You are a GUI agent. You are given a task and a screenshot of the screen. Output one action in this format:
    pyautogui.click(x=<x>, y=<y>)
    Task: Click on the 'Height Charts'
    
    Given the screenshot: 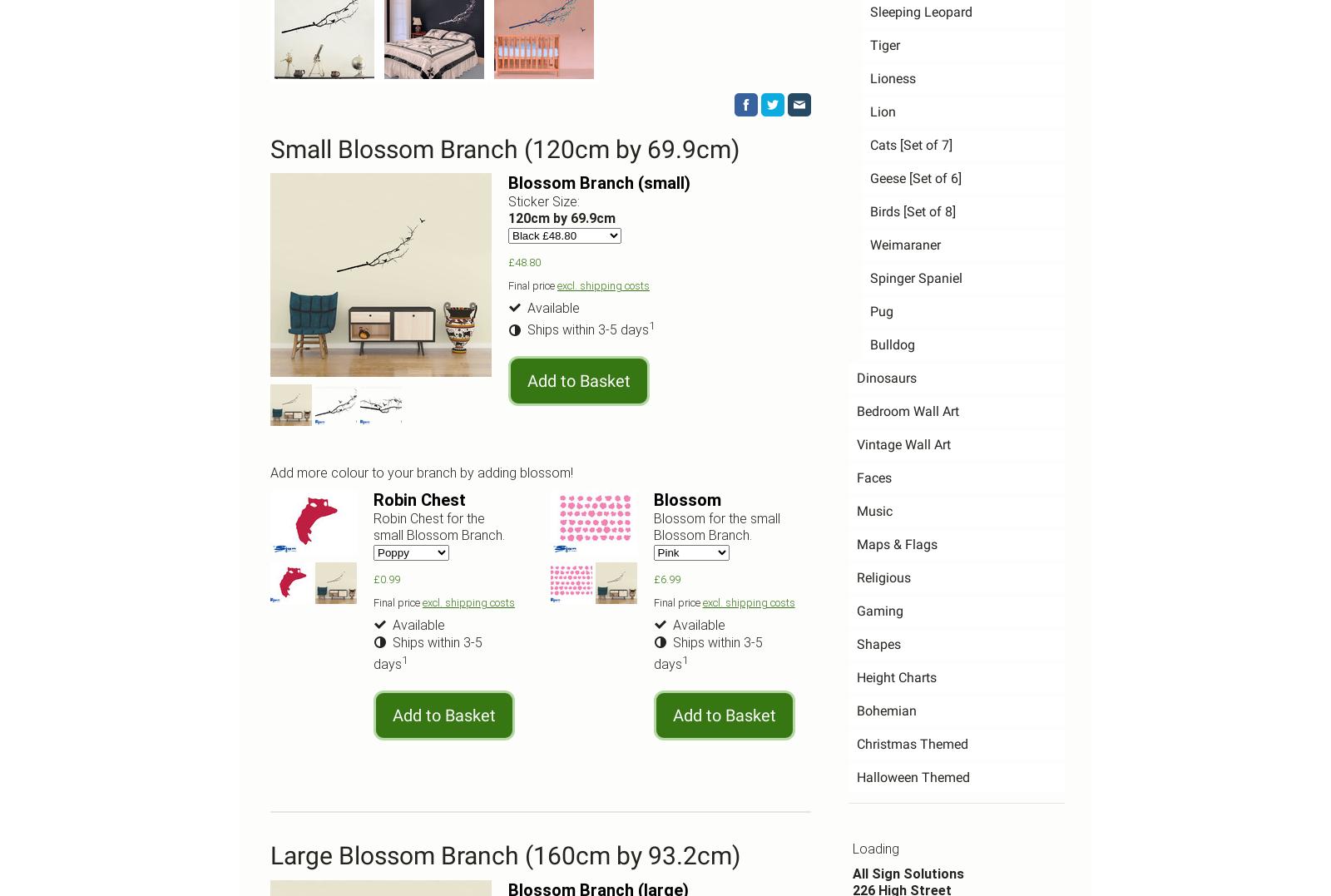 What is the action you would take?
    pyautogui.click(x=897, y=676)
    